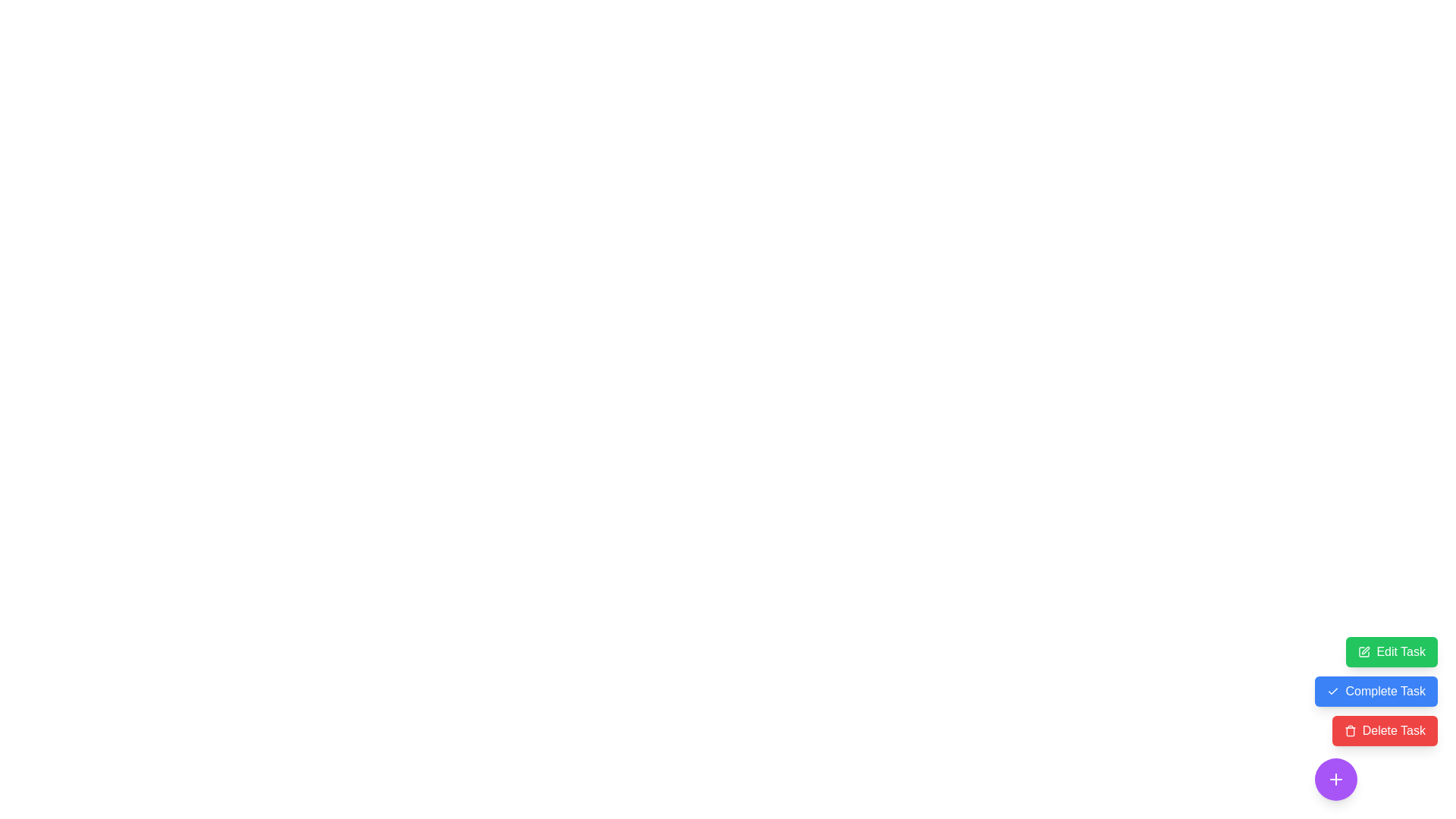 The height and width of the screenshot is (819, 1456). What do you see at coordinates (1392, 651) in the screenshot?
I see `the green button labeled 'Edit Task' with a pen icon` at bounding box center [1392, 651].